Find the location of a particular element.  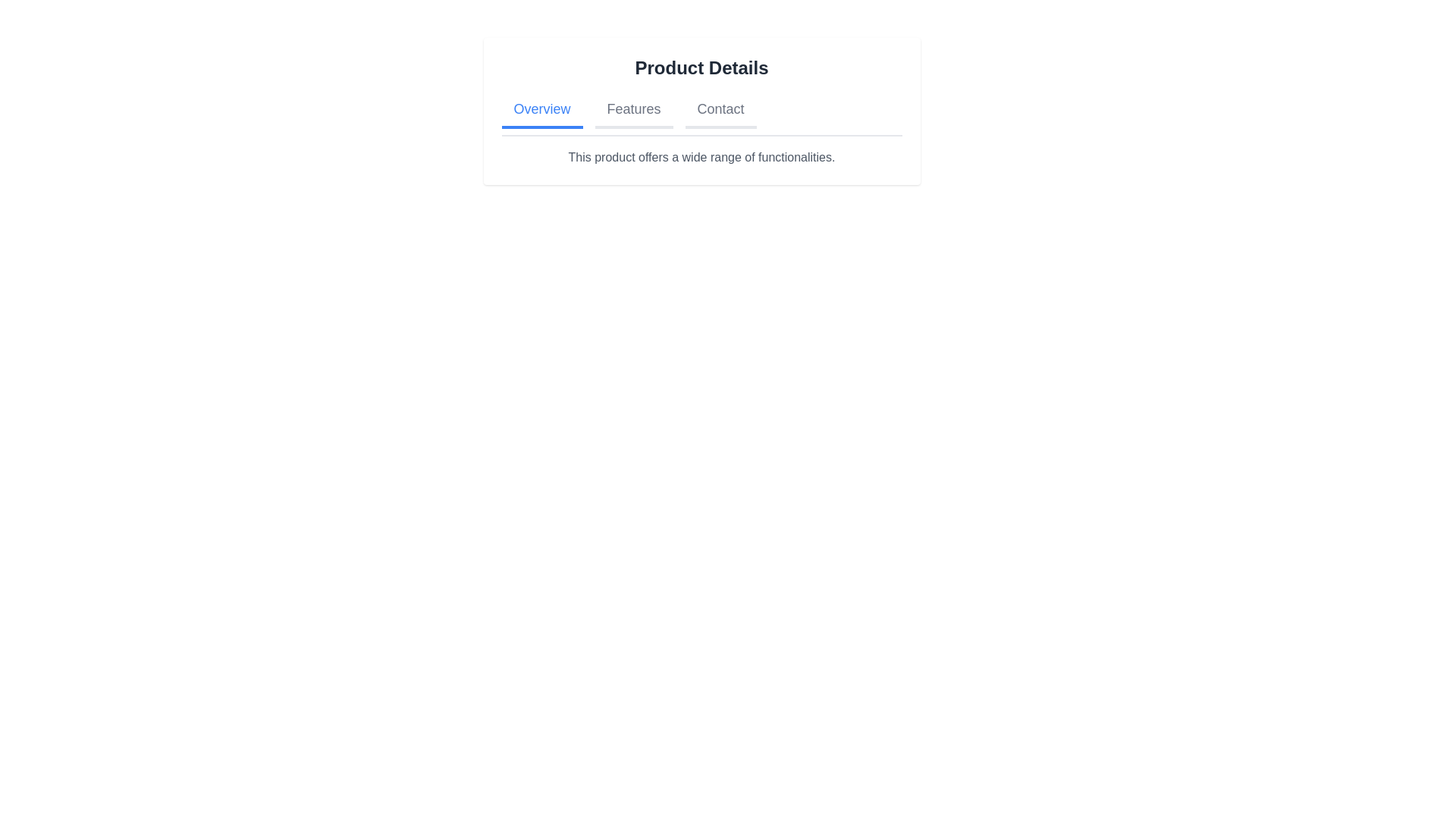

the static text heading that serves as a title for the product details section, located at the top of the interface above the navigation bar is located at coordinates (701, 67).